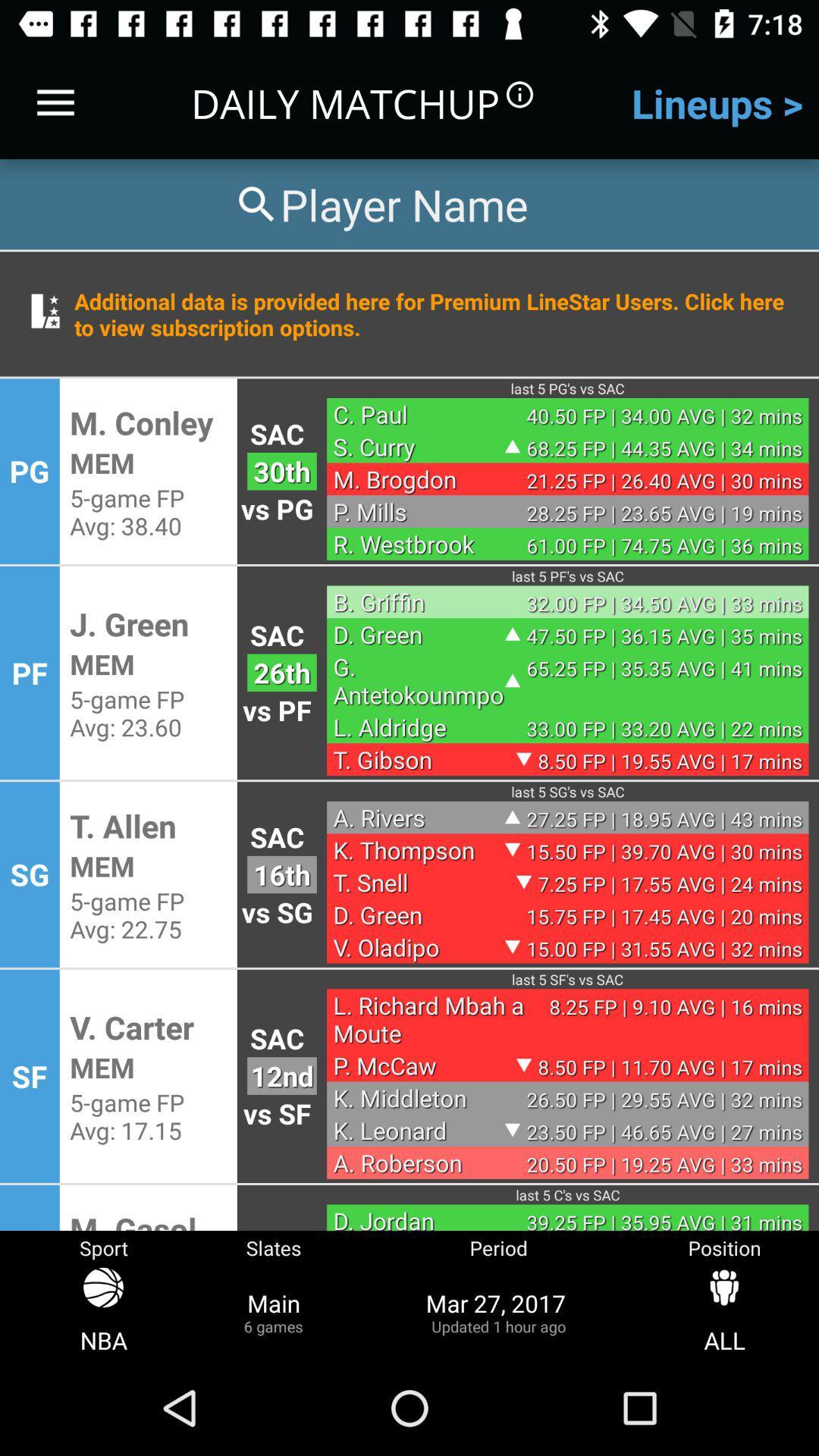  Describe the element at coordinates (379, 203) in the screenshot. I see `search for a player by name` at that location.